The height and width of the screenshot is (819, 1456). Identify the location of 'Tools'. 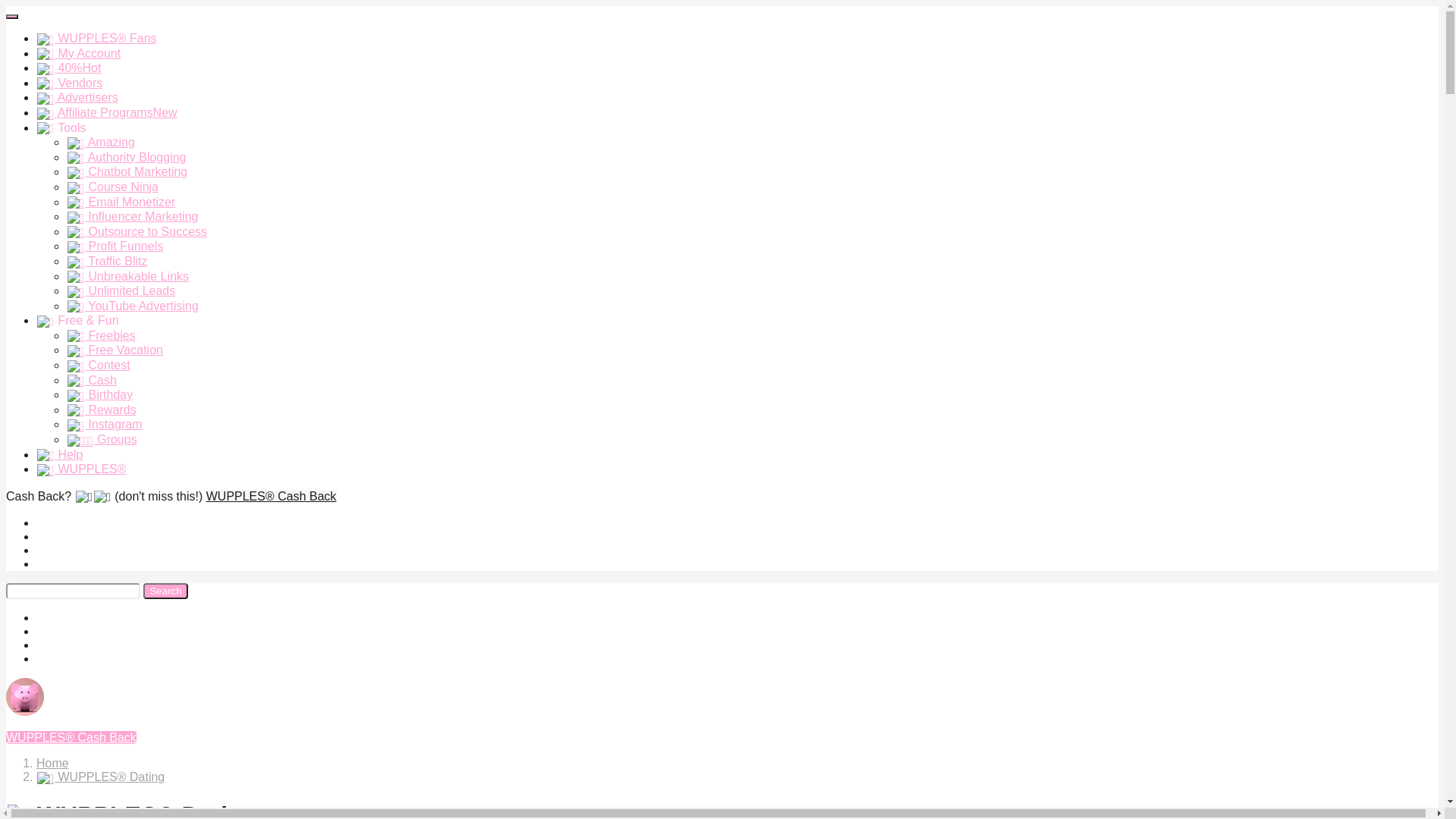
(61, 127).